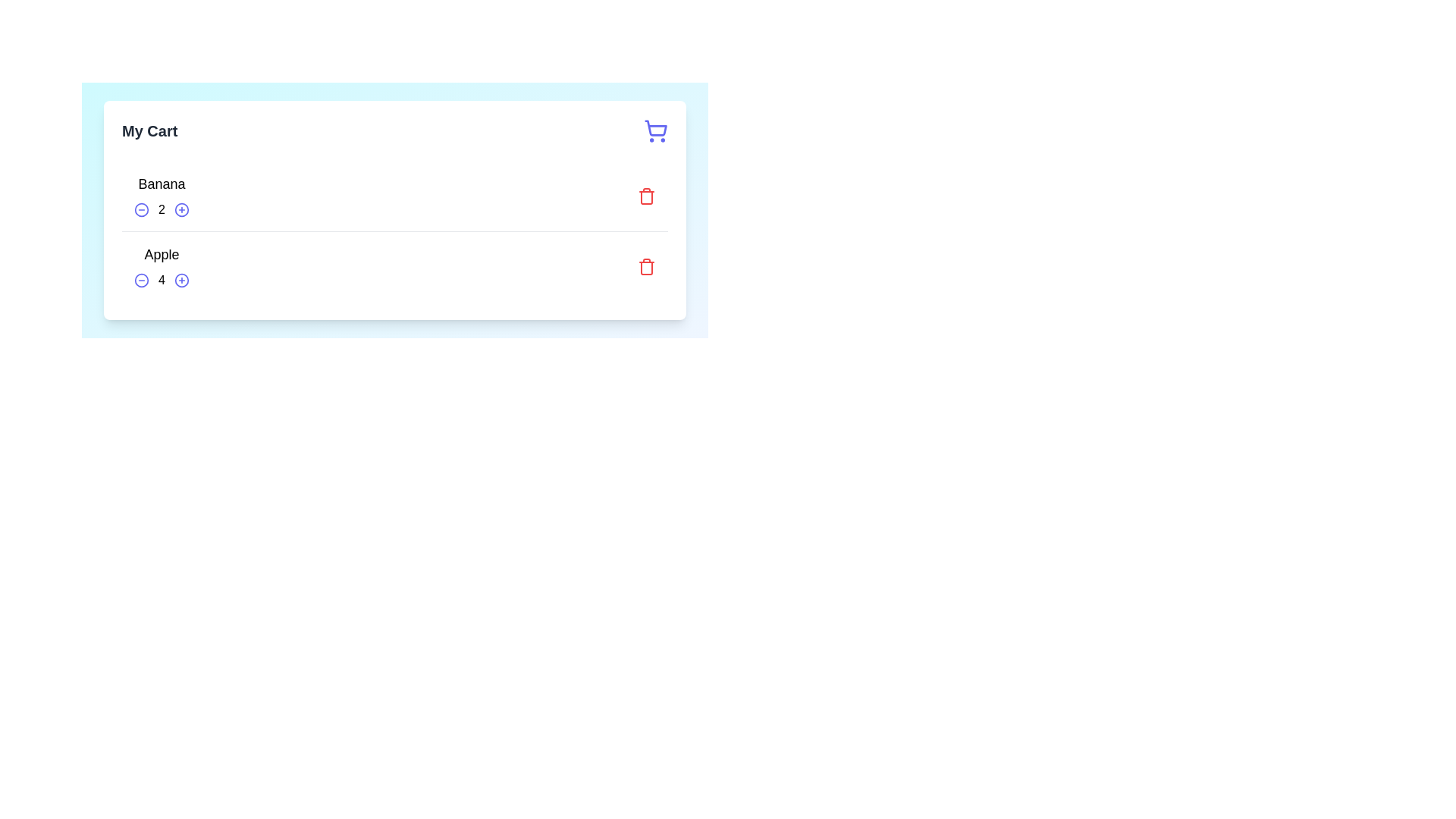 The width and height of the screenshot is (1456, 819). What do you see at coordinates (182, 281) in the screenshot?
I see `the circular button with a blue outline and a plus sign, located to the right of the number '4'` at bounding box center [182, 281].